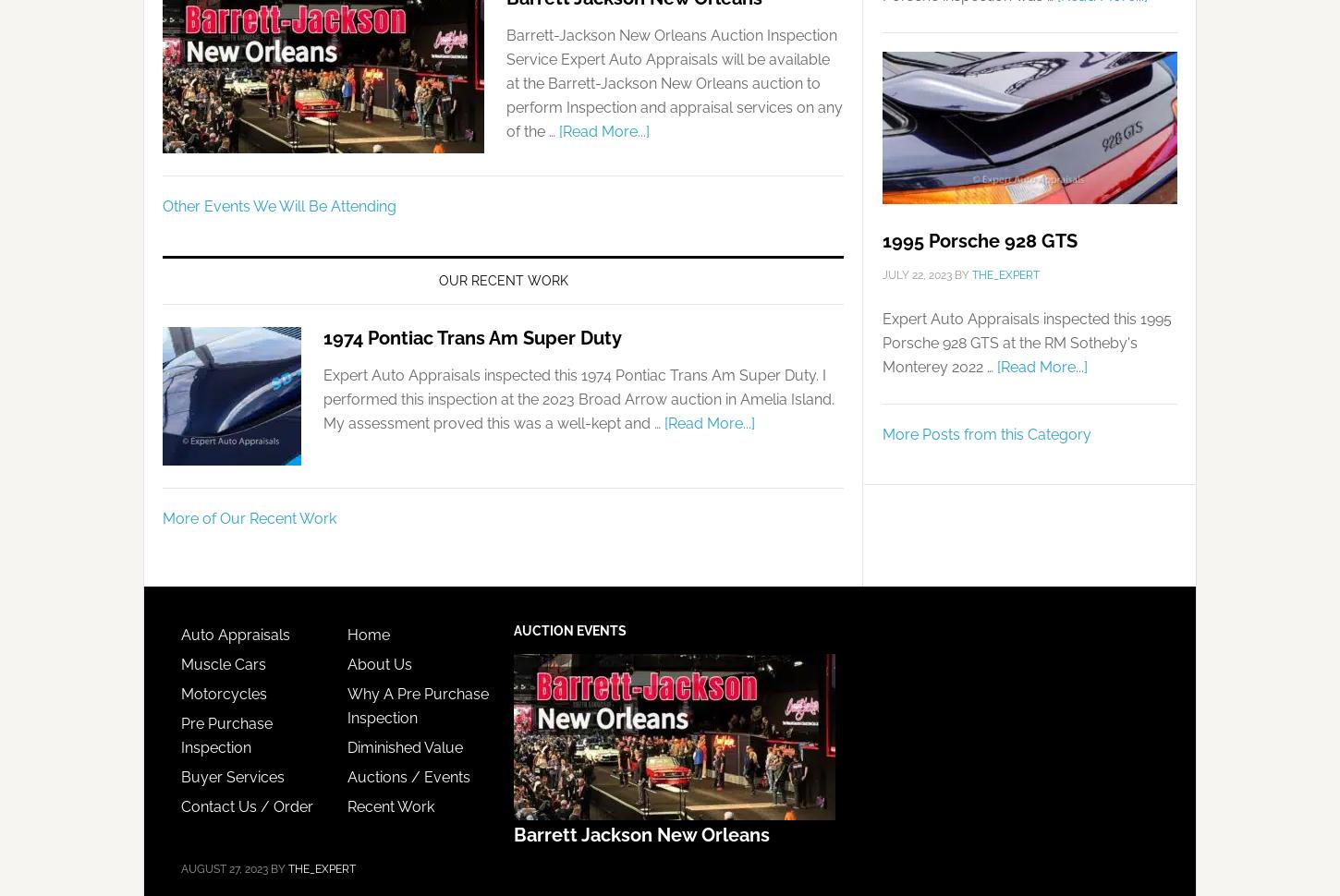 This screenshot has height=896, width=1340. What do you see at coordinates (268, 867) in the screenshot?
I see `'By'` at bounding box center [268, 867].